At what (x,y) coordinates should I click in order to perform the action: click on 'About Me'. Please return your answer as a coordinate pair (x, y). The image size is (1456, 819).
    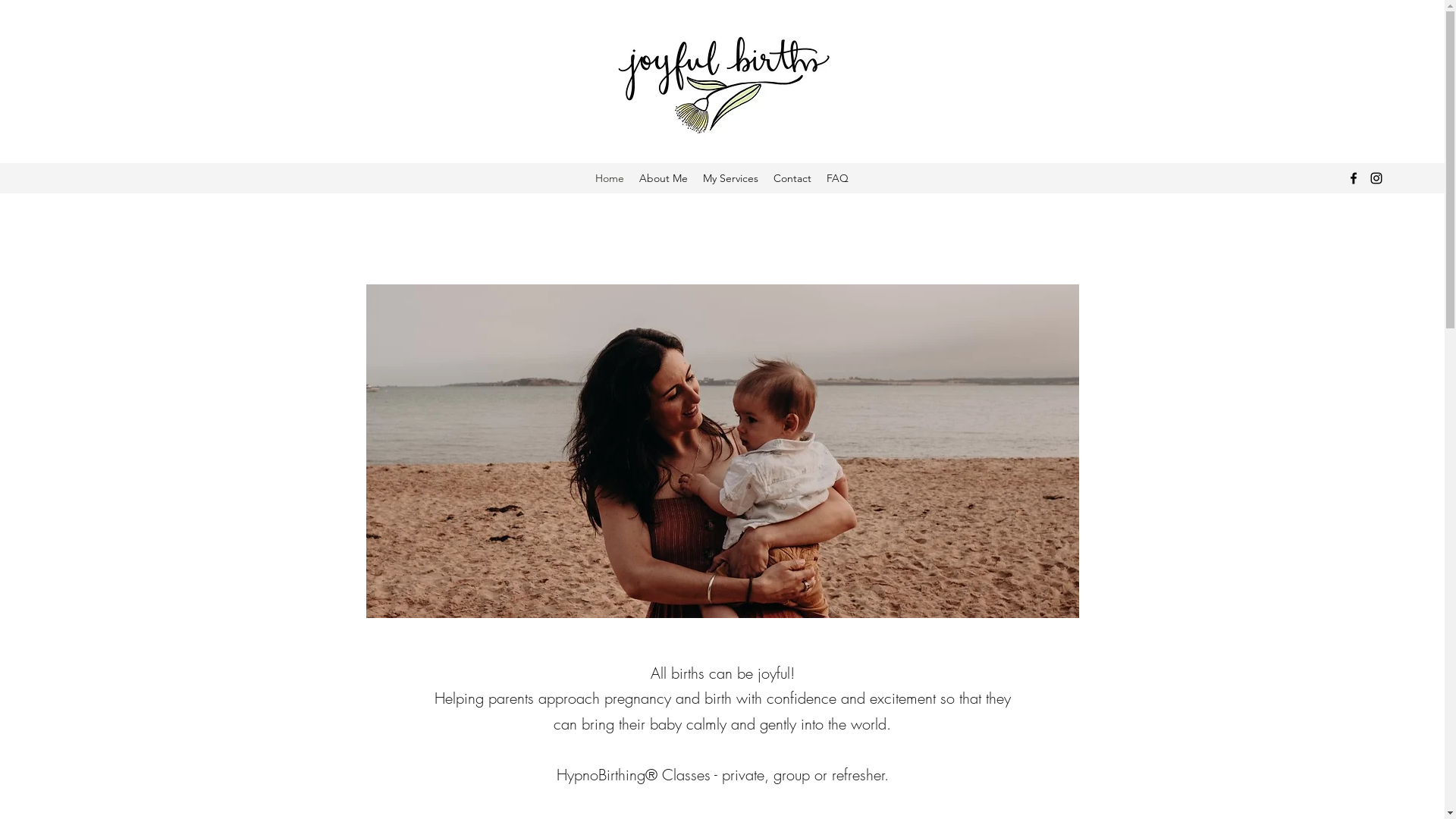
    Looking at the image, I should click on (663, 177).